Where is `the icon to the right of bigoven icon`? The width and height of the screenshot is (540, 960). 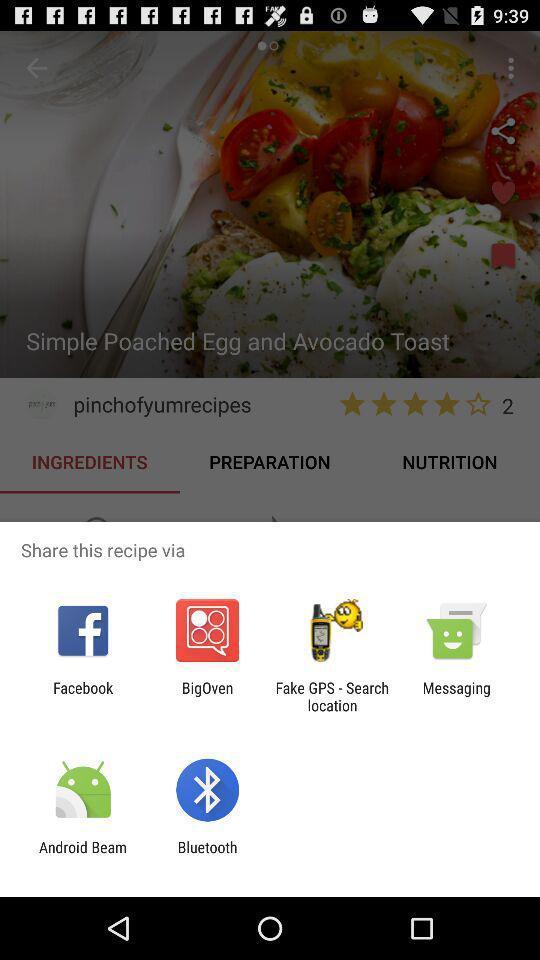
the icon to the right of bigoven icon is located at coordinates (332, 696).